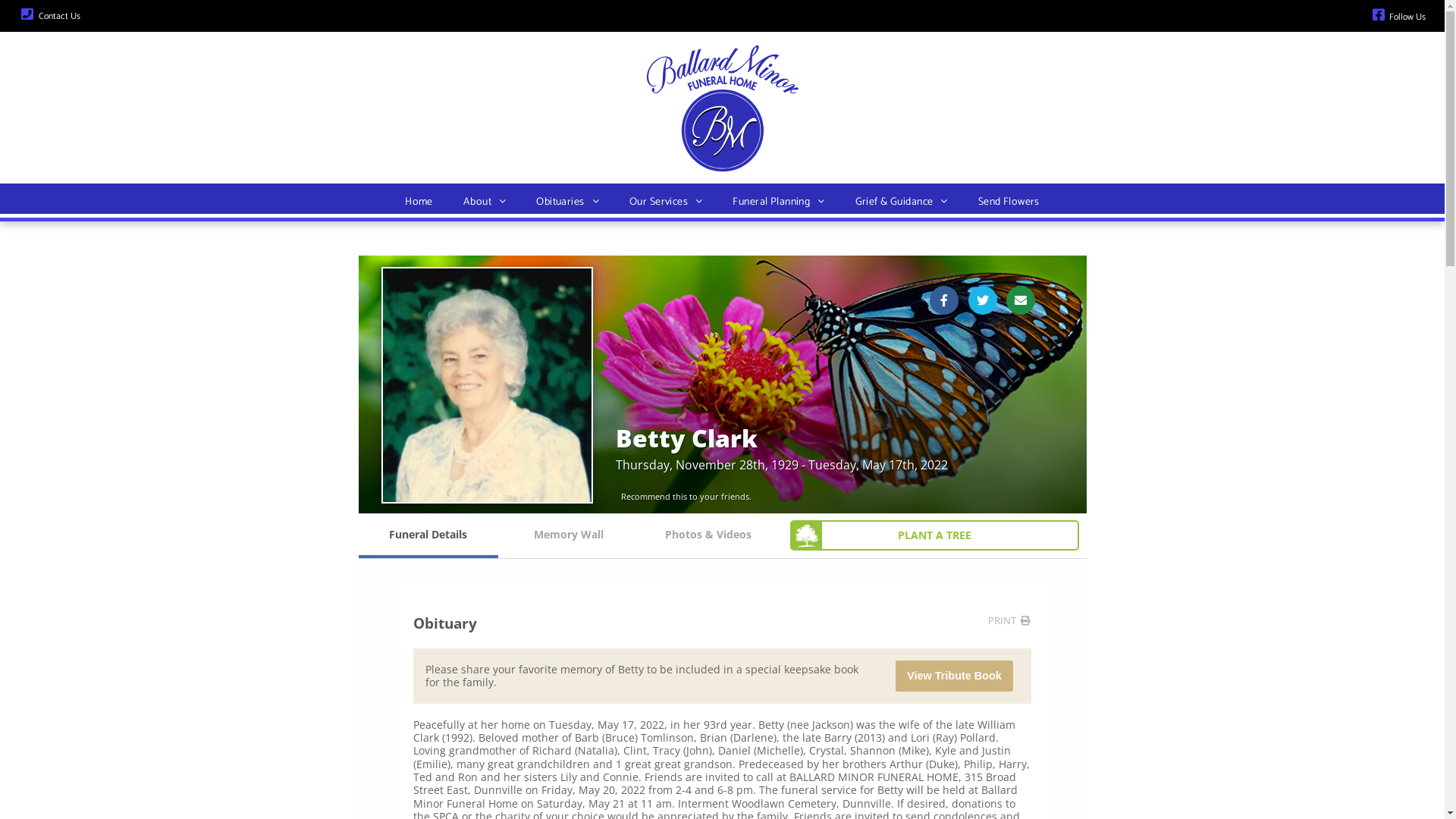  Describe the element at coordinates (716, 201) in the screenshot. I see `'Funeral Planning'` at that location.